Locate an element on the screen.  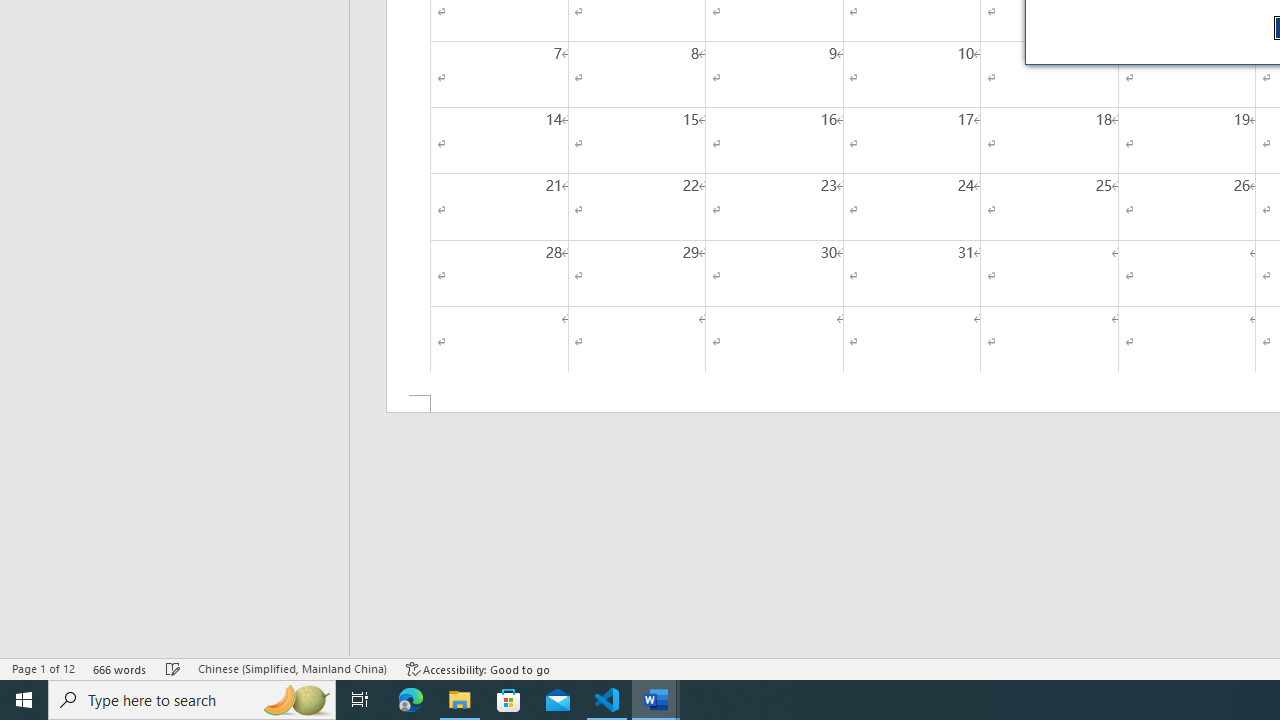
'Visual Studio Code - 1 running window' is located at coordinates (606, 698).